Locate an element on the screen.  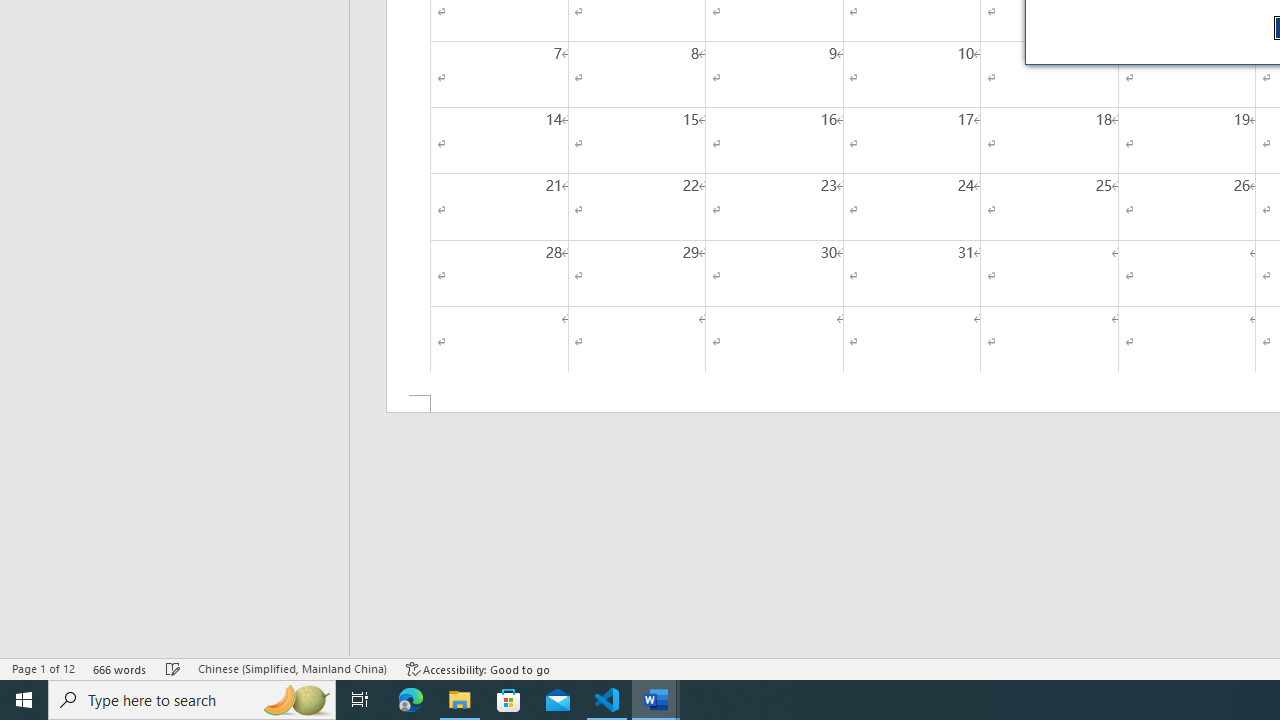
'Visual Studio Code - 1 running window' is located at coordinates (606, 698).